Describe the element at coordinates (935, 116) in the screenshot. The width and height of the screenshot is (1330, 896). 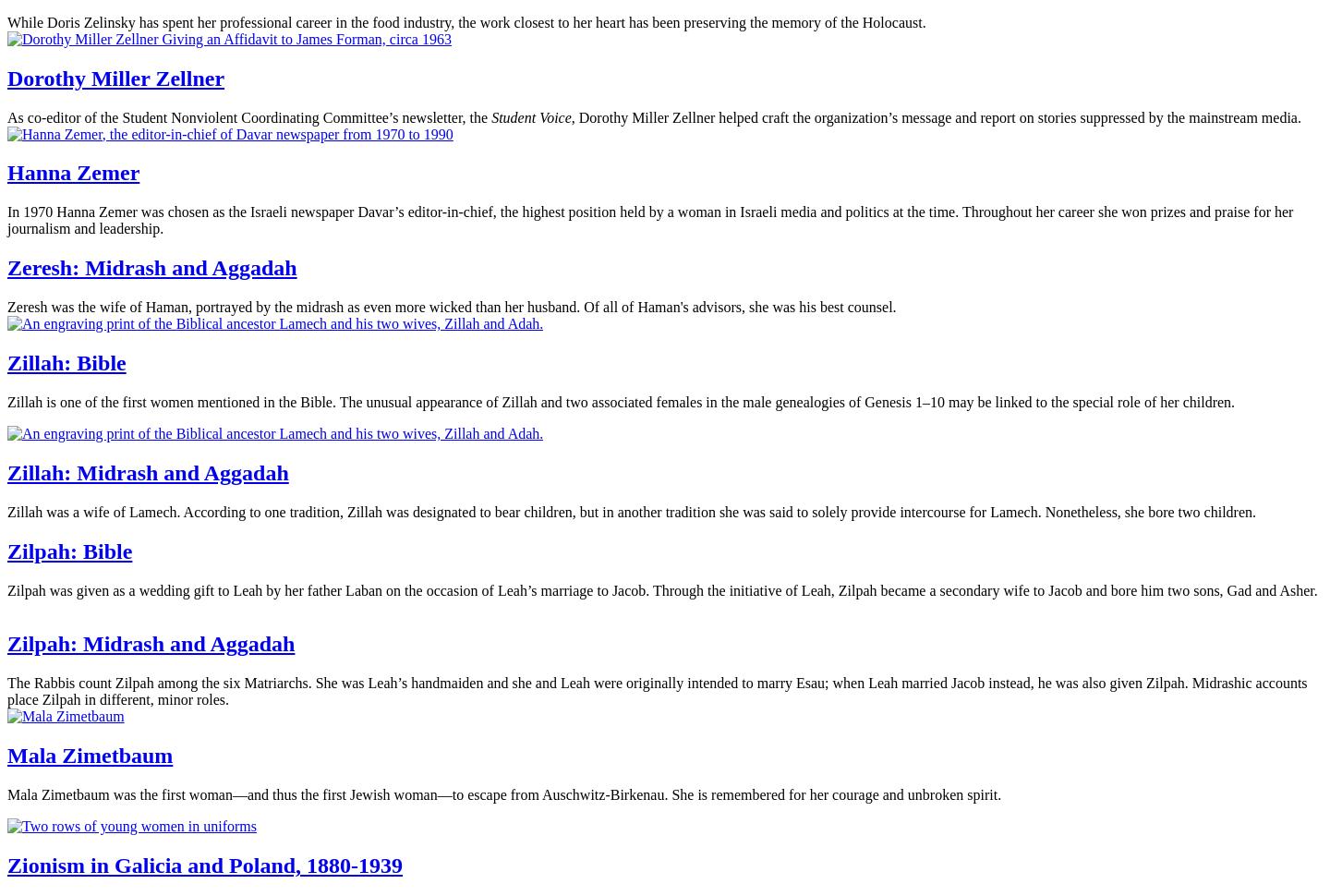
I see `', Dorothy Miller Zellner helped craft the organization’s message and report on stories suppressed by the mainstream media.'` at that location.